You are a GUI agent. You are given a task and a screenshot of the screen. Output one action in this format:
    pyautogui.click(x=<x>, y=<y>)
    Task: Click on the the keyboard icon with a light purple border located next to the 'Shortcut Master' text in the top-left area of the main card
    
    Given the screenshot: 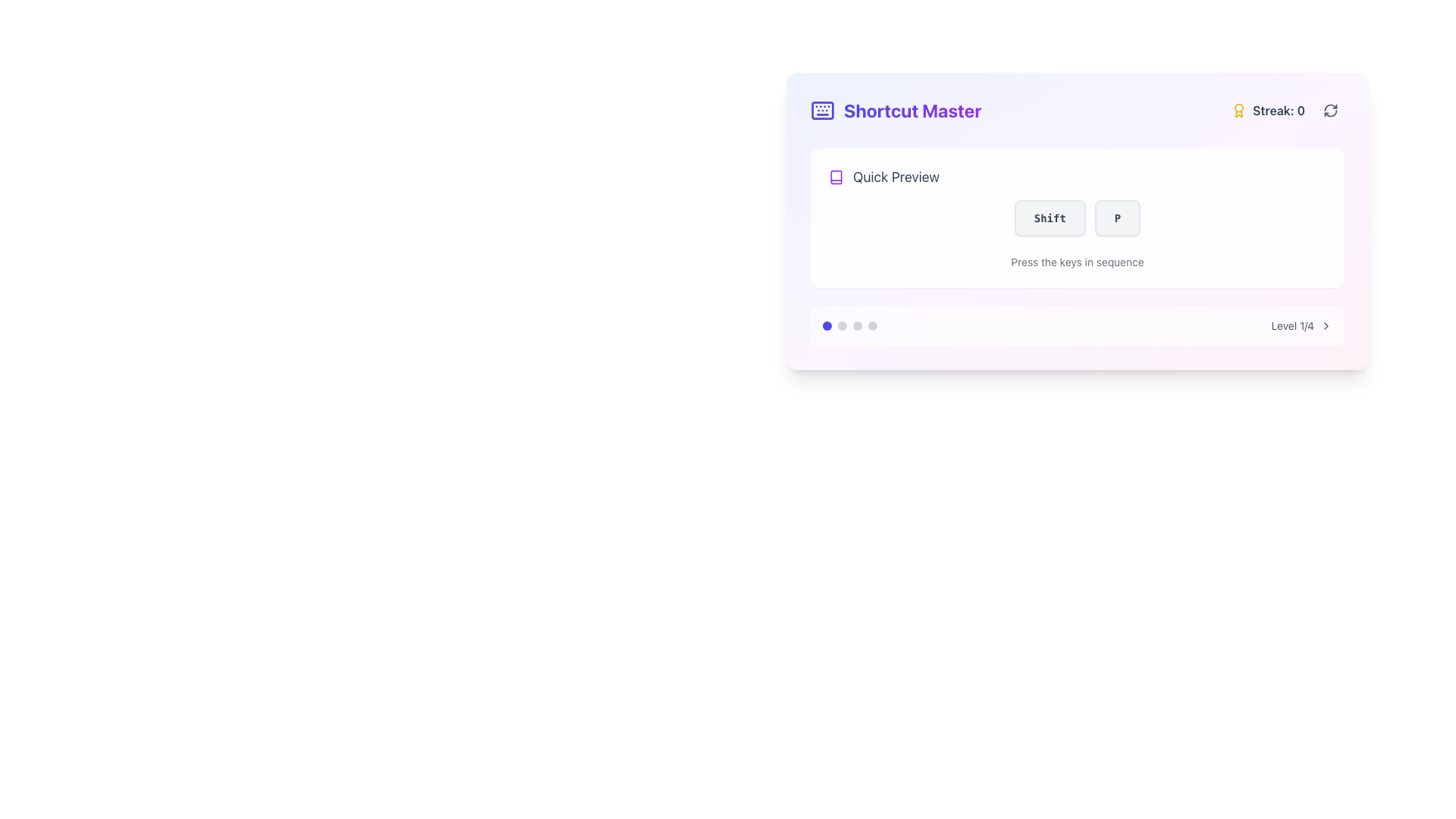 What is the action you would take?
    pyautogui.click(x=821, y=110)
    